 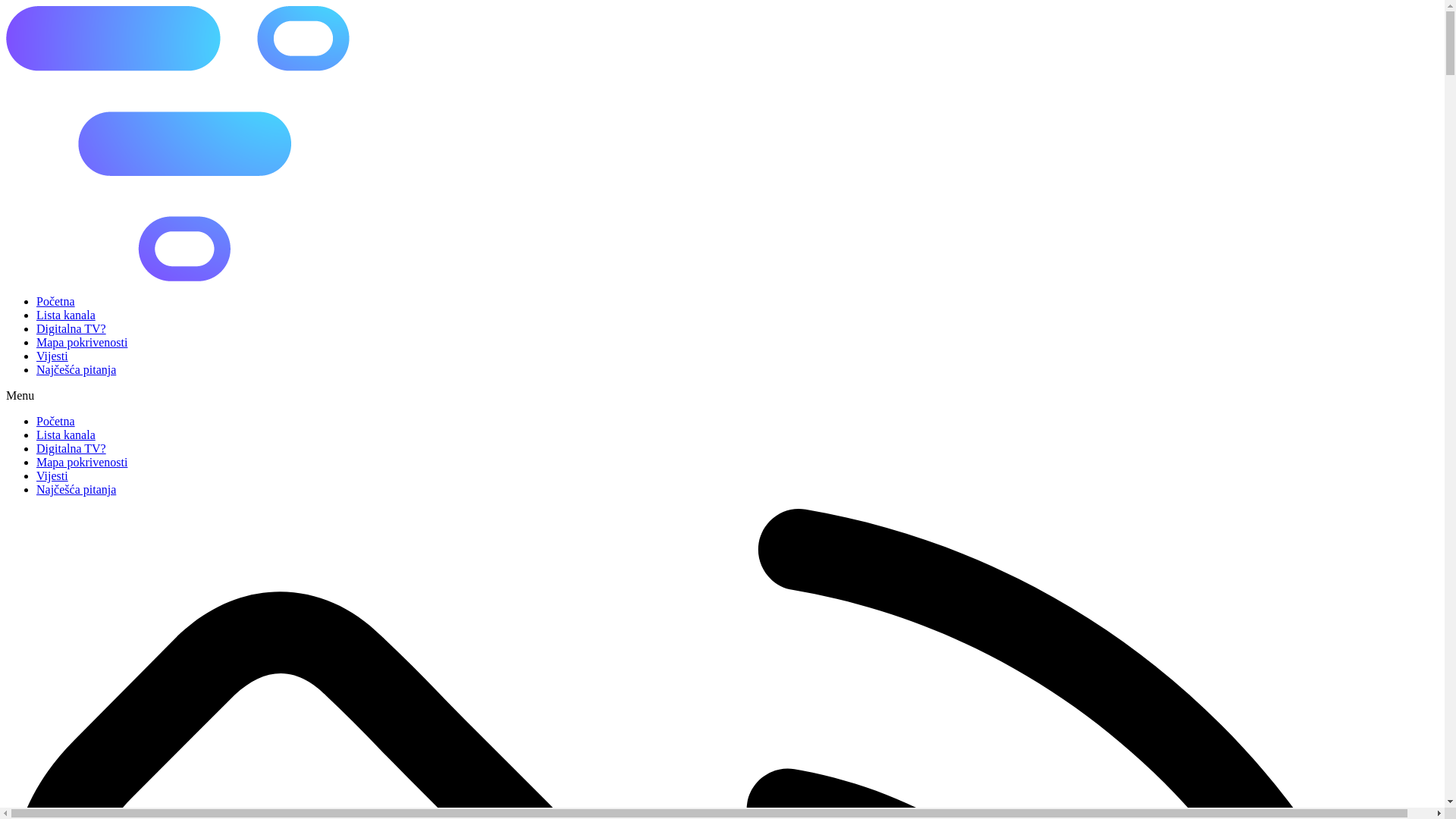 What do you see at coordinates (52, 356) in the screenshot?
I see `'Vijesti'` at bounding box center [52, 356].